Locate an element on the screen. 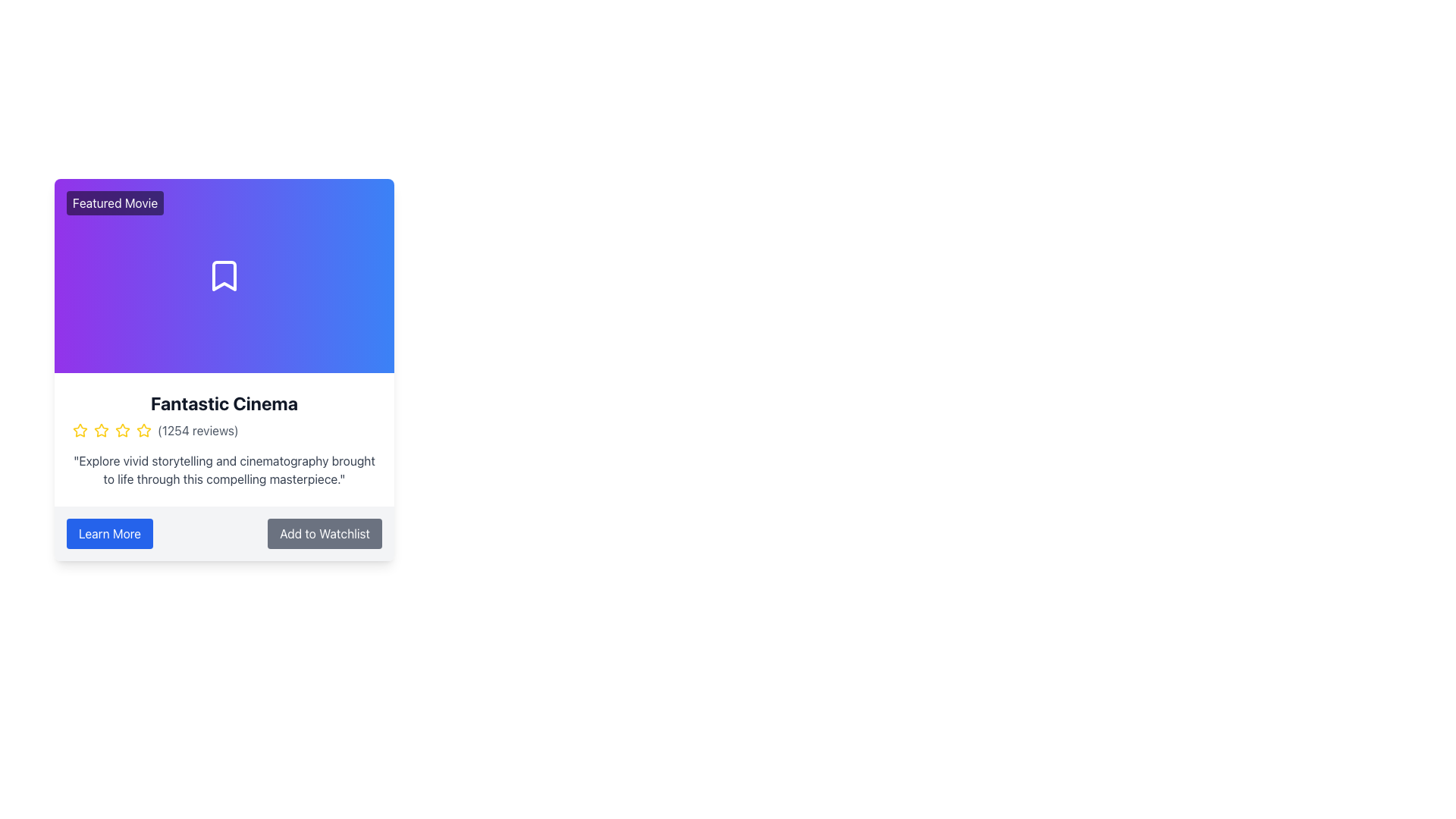 This screenshot has width=1456, height=819. the bookmark-shaped icon with a folded-in bottom design, located within the card area under the 'Featured Movie' label is located at coordinates (224, 275).